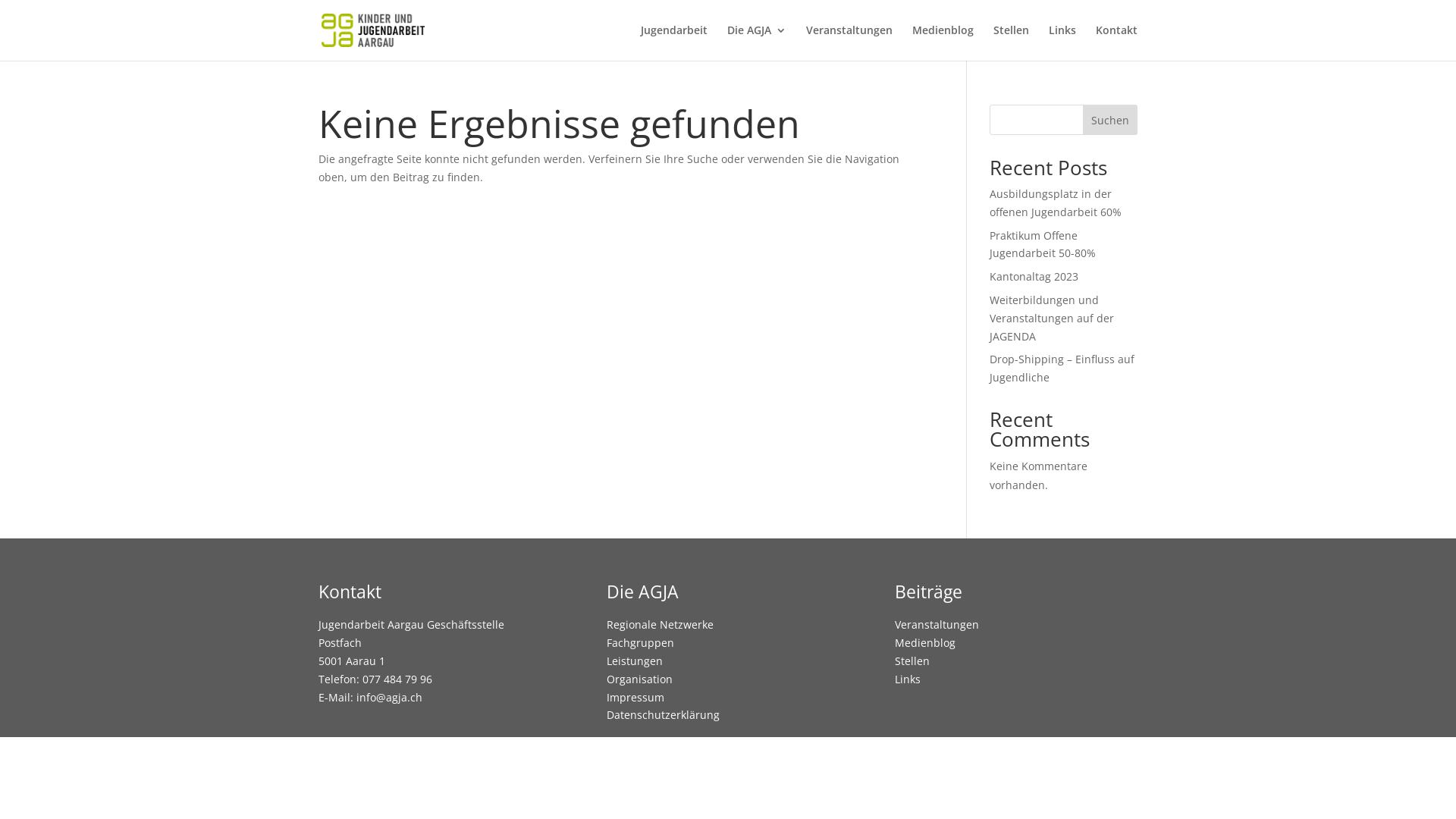 This screenshot has width=1456, height=819. I want to click on 'Stellen', so click(912, 660).